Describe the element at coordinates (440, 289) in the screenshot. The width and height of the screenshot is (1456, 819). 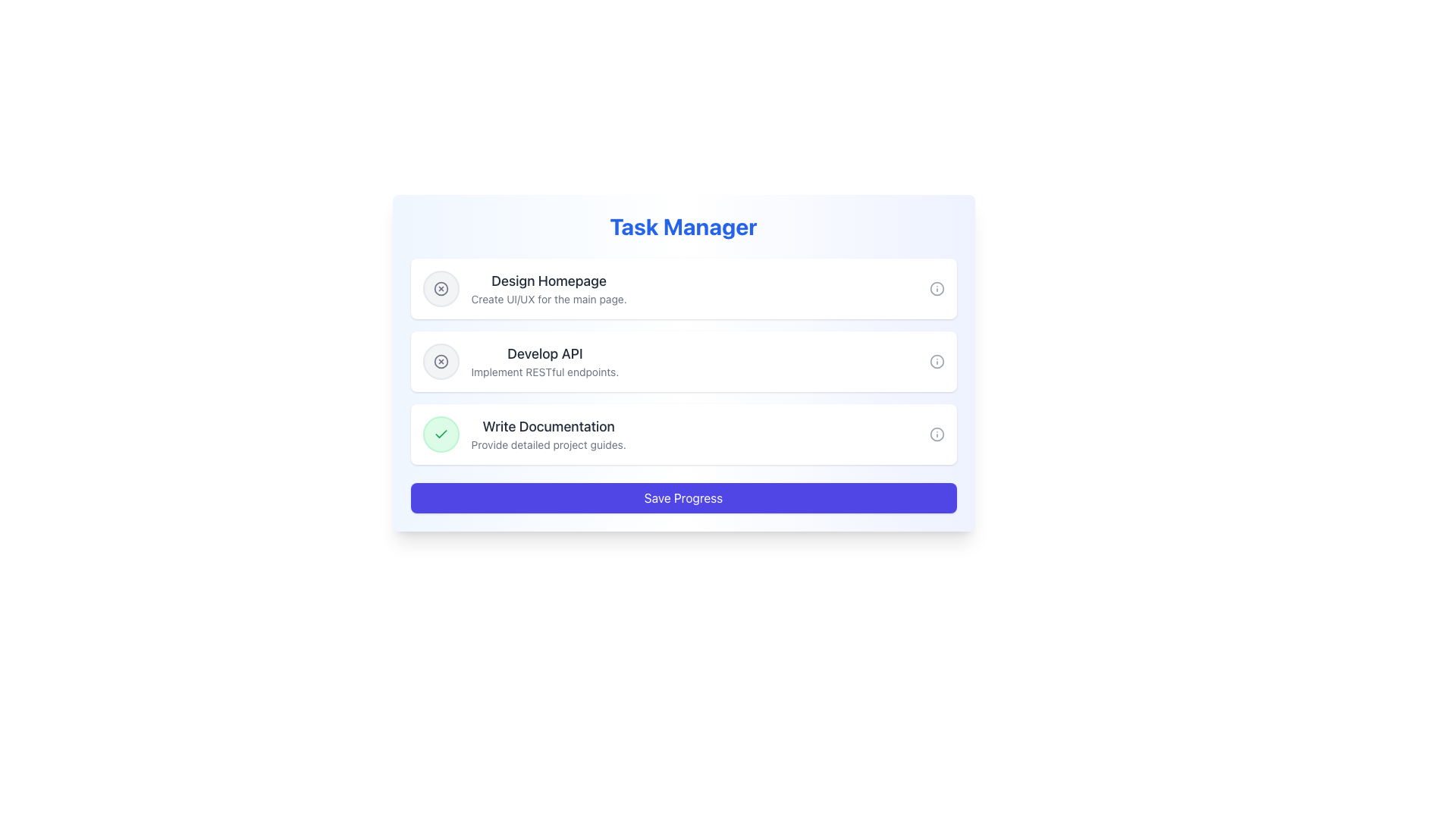
I see `the delete button located above the text 'Design Homepage' in the task manager interface` at that location.